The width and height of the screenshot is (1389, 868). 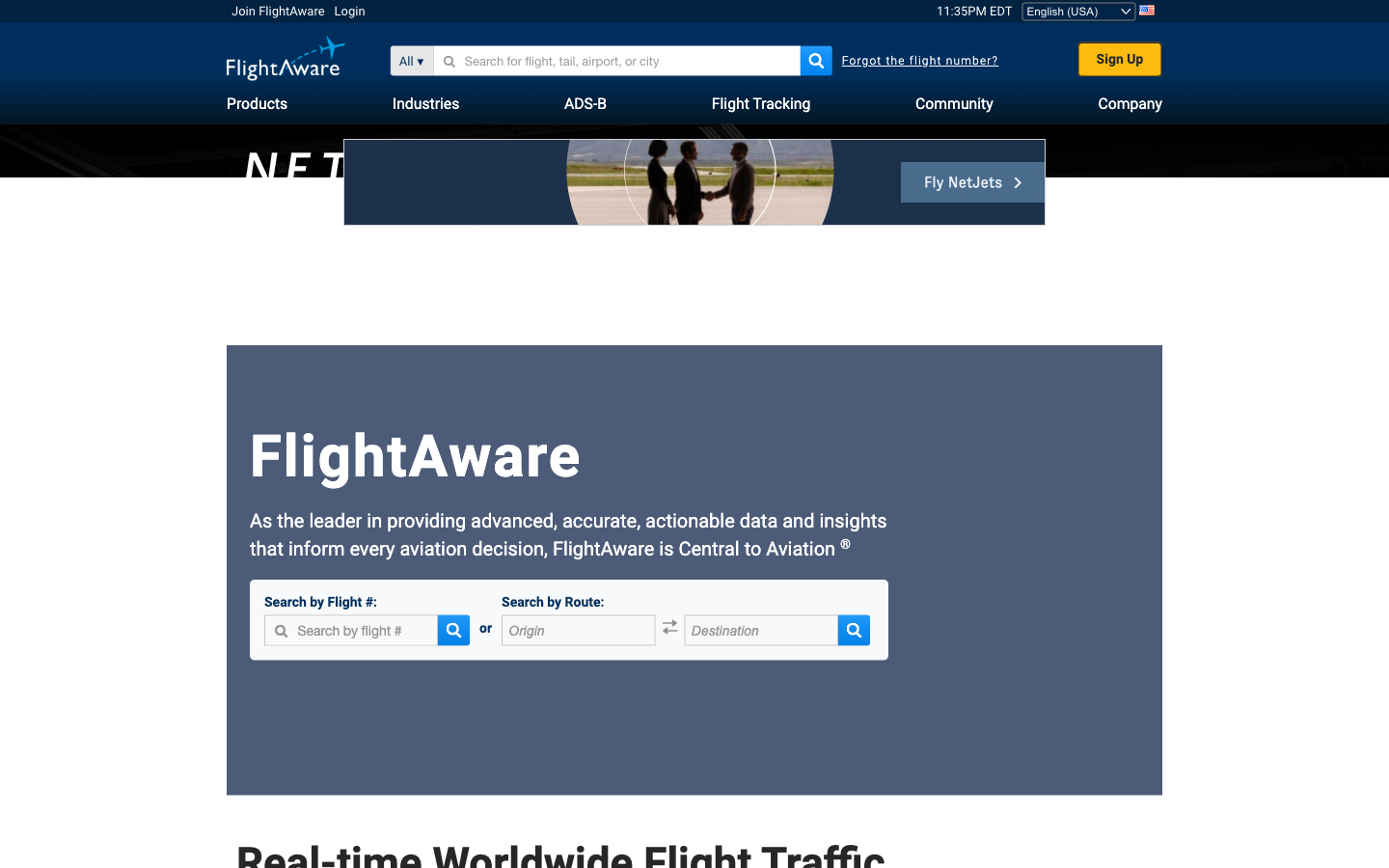 I want to click on Search for Private Flight (tail number: 1234), so click(x=457, y=60).